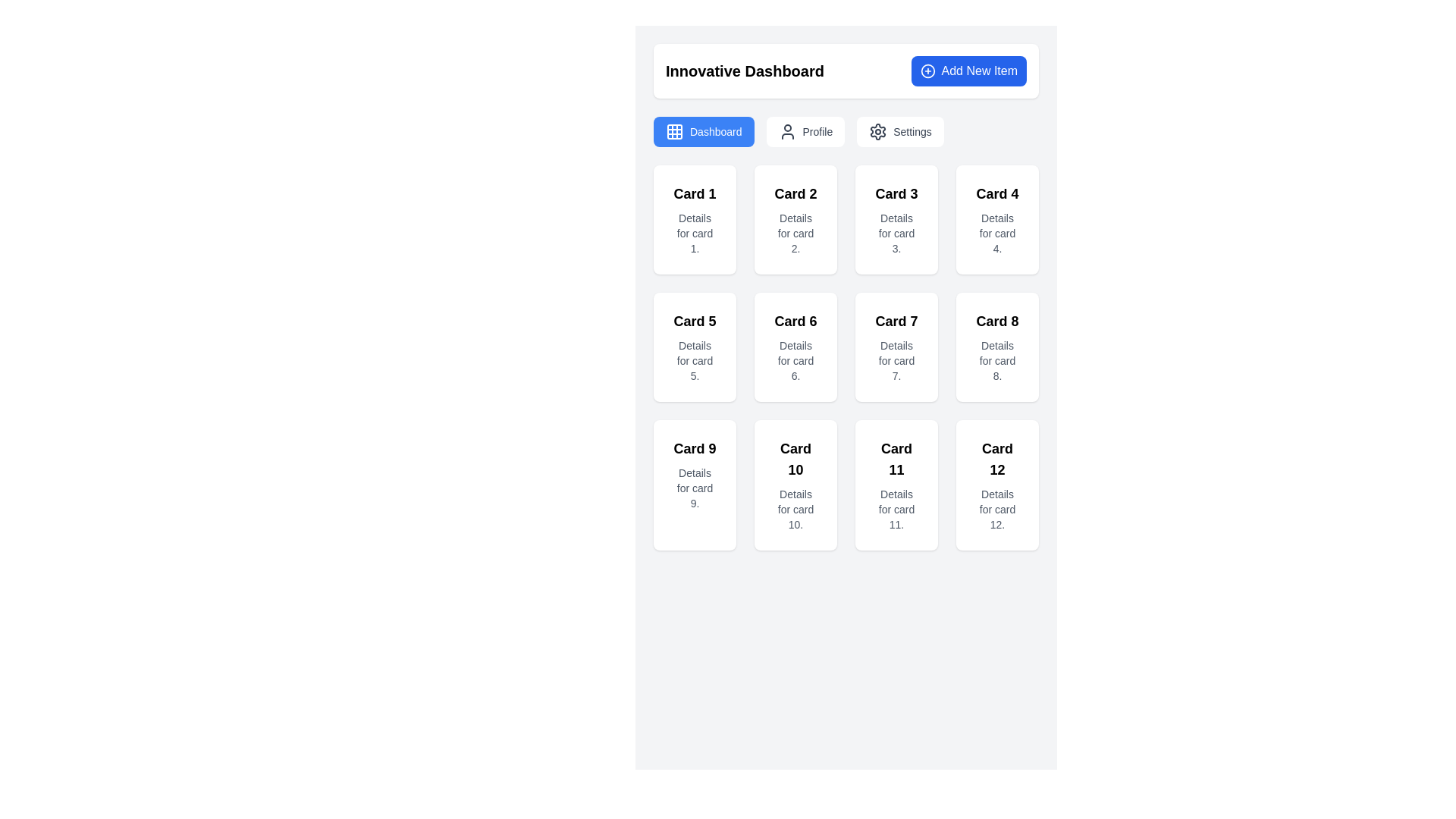 This screenshot has height=819, width=1456. What do you see at coordinates (968, 71) in the screenshot?
I see `the 'Add New Item' button with a blue background and white text` at bounding box center [968, 71].